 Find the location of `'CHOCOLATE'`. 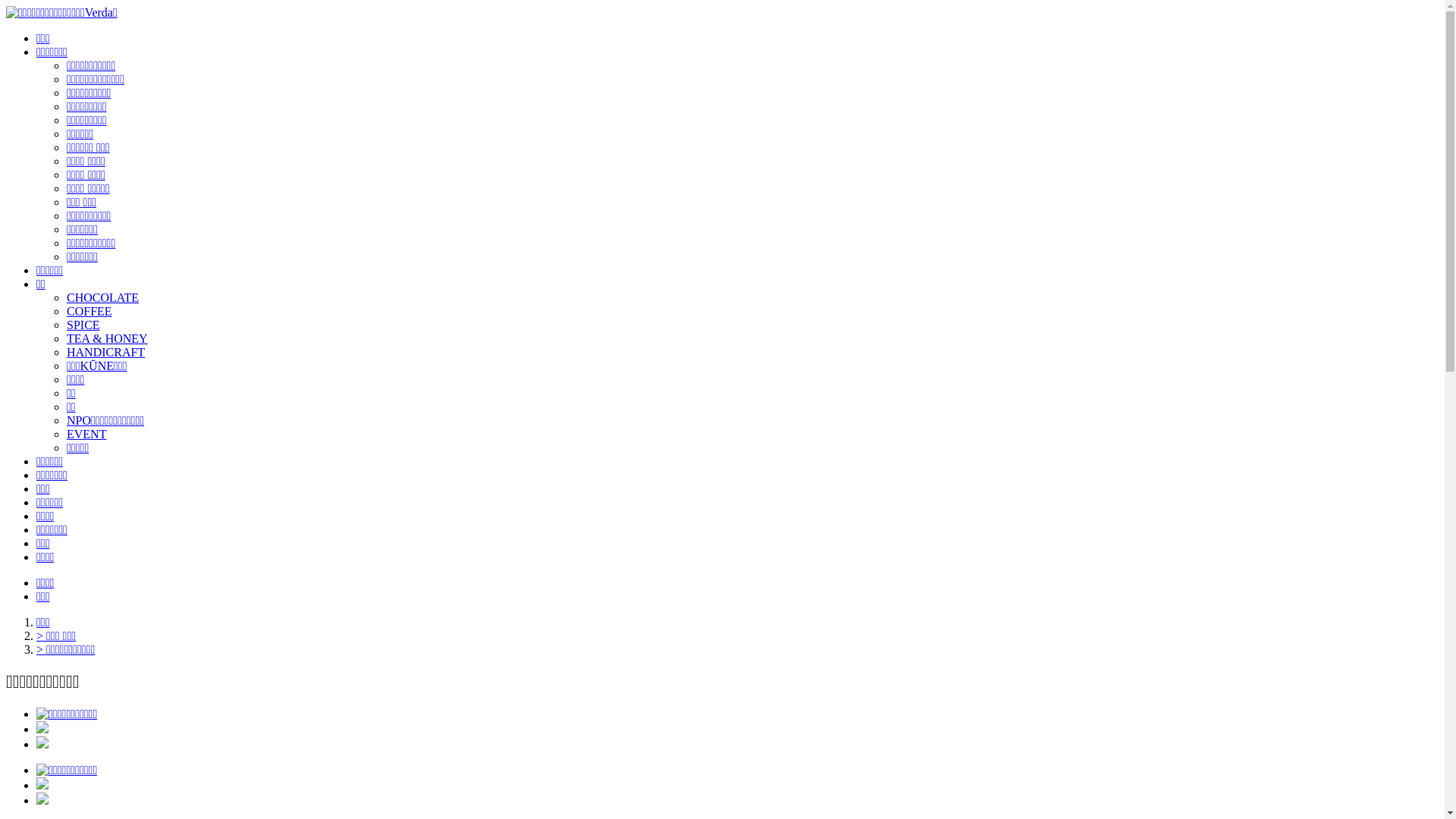

'CHOCOLATE' is located at coordinates (102, 297).